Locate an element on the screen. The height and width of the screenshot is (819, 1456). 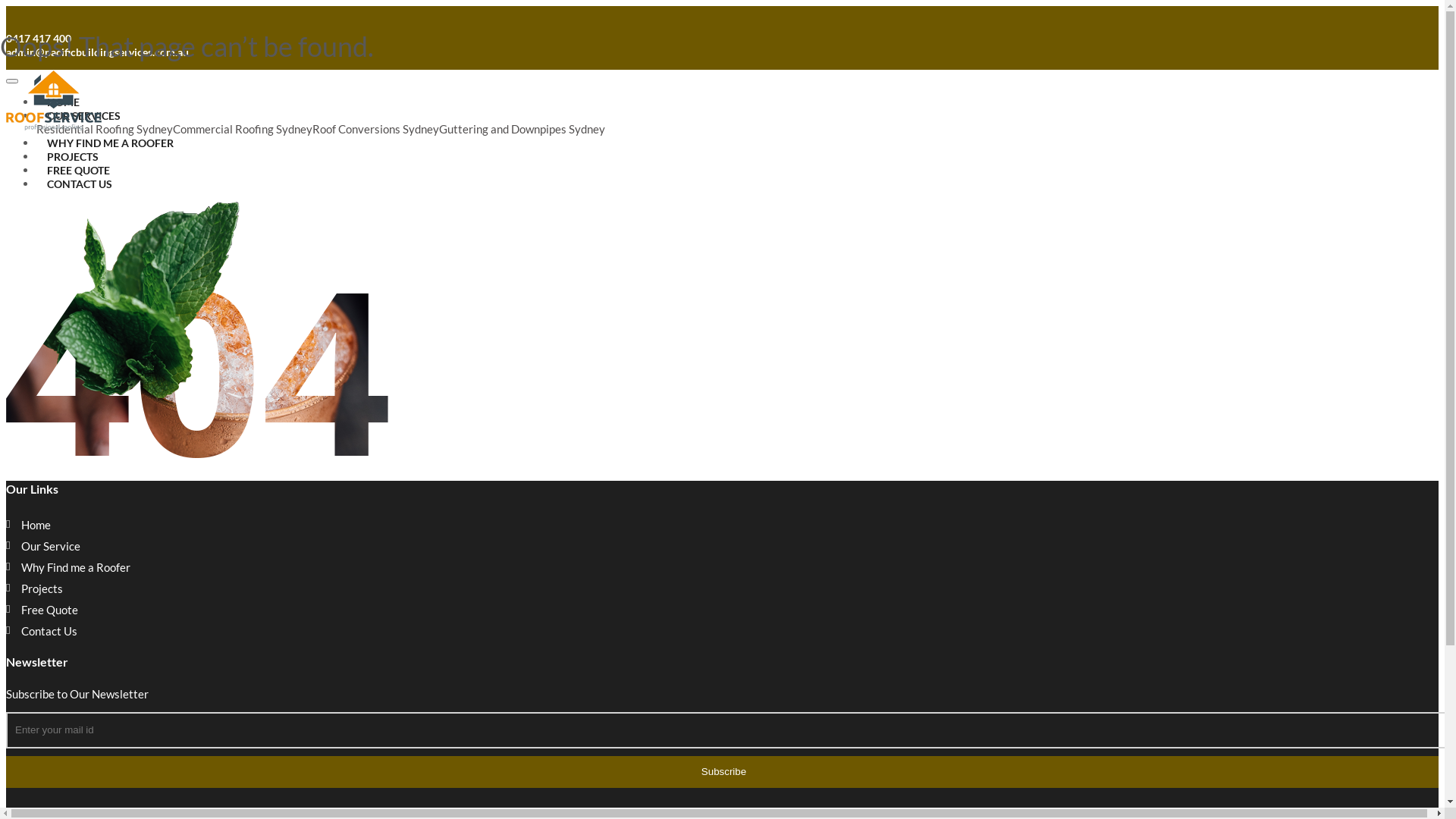
'Guttering and Downpipes Sydney' is located at coordinates (522, 127).